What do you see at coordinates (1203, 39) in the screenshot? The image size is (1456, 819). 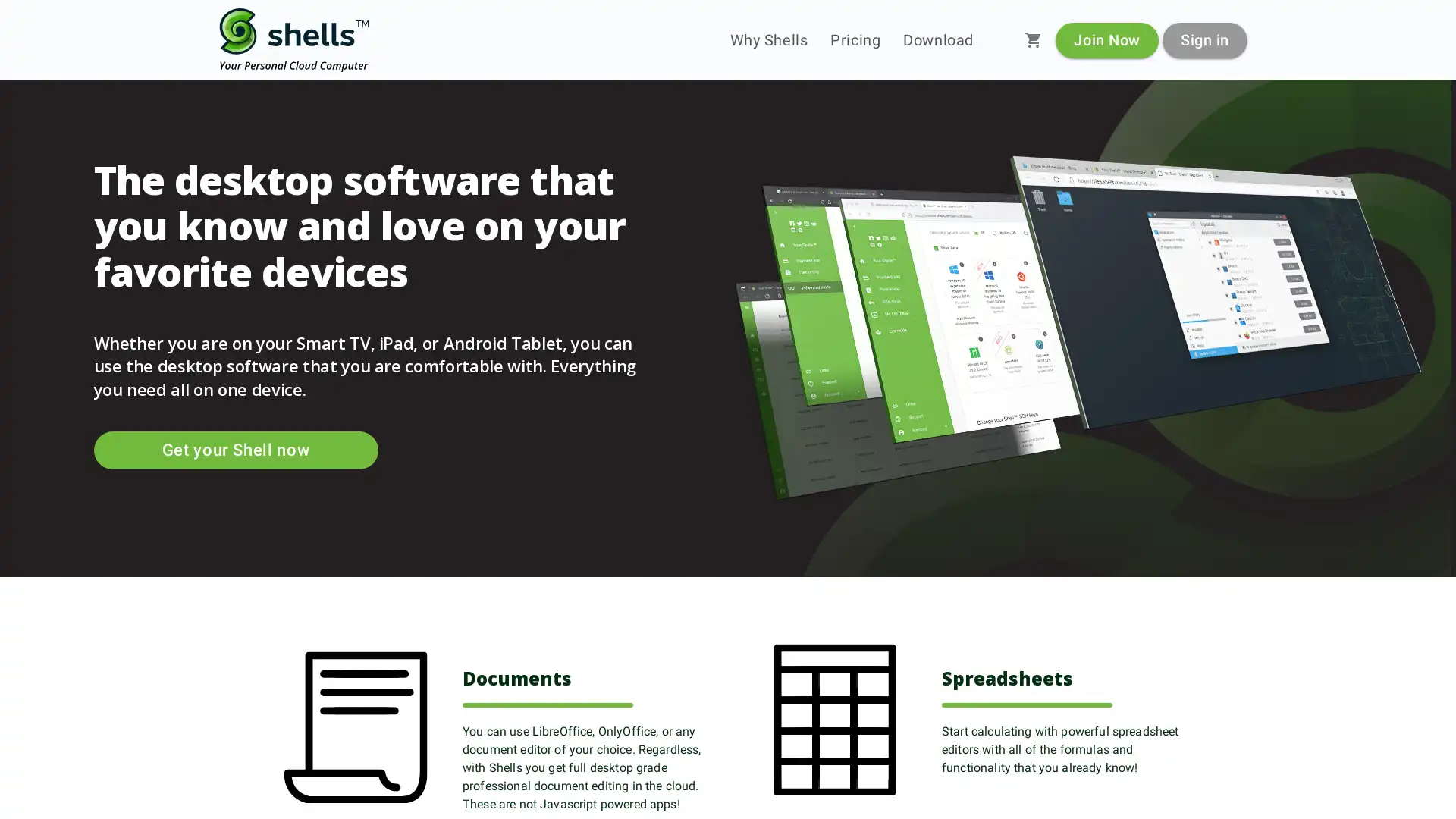 I see `Sign in` at bounding box center [1203, 39].